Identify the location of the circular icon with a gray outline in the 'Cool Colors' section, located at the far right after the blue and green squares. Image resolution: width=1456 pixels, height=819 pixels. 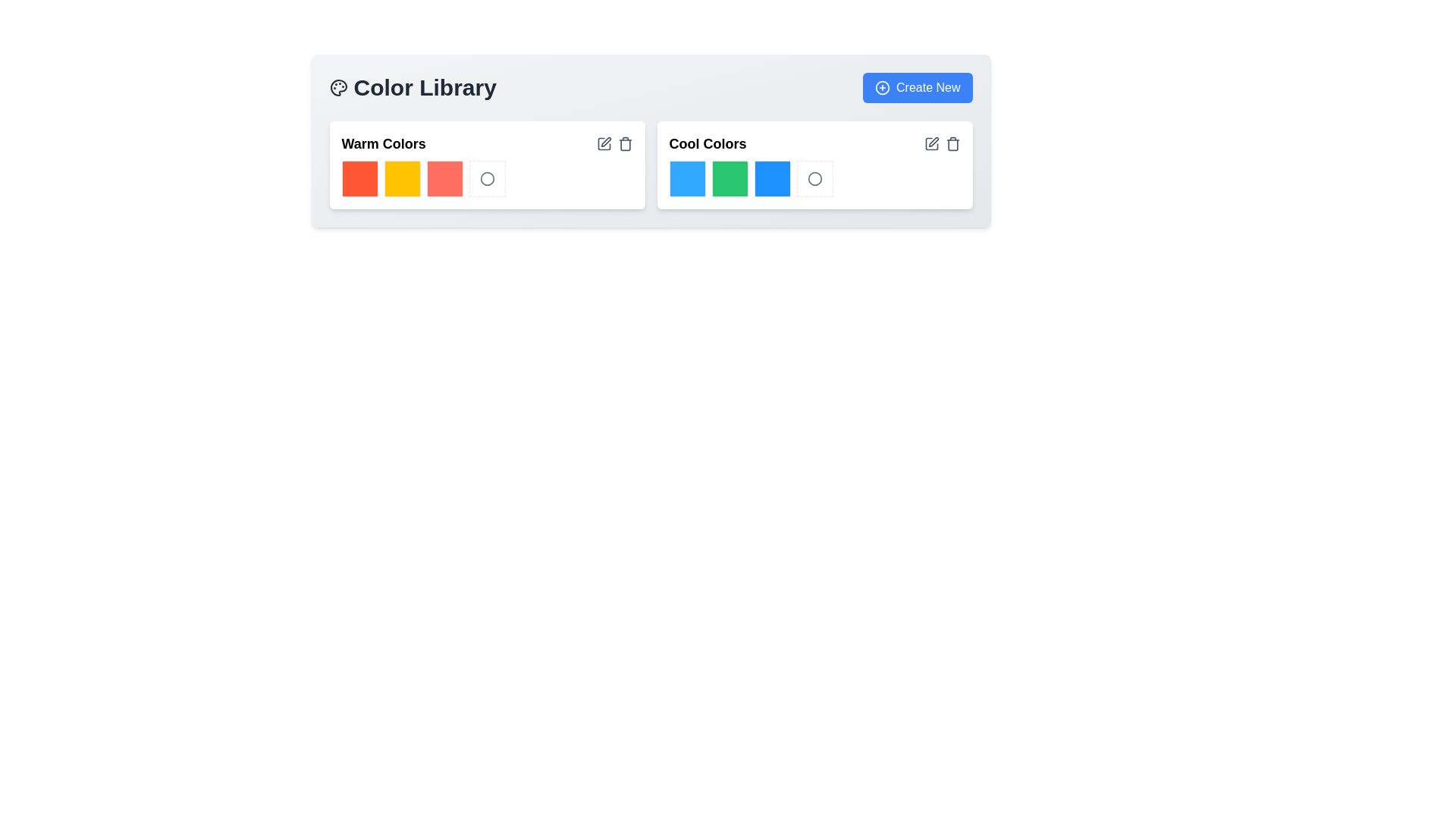
(814, 177).